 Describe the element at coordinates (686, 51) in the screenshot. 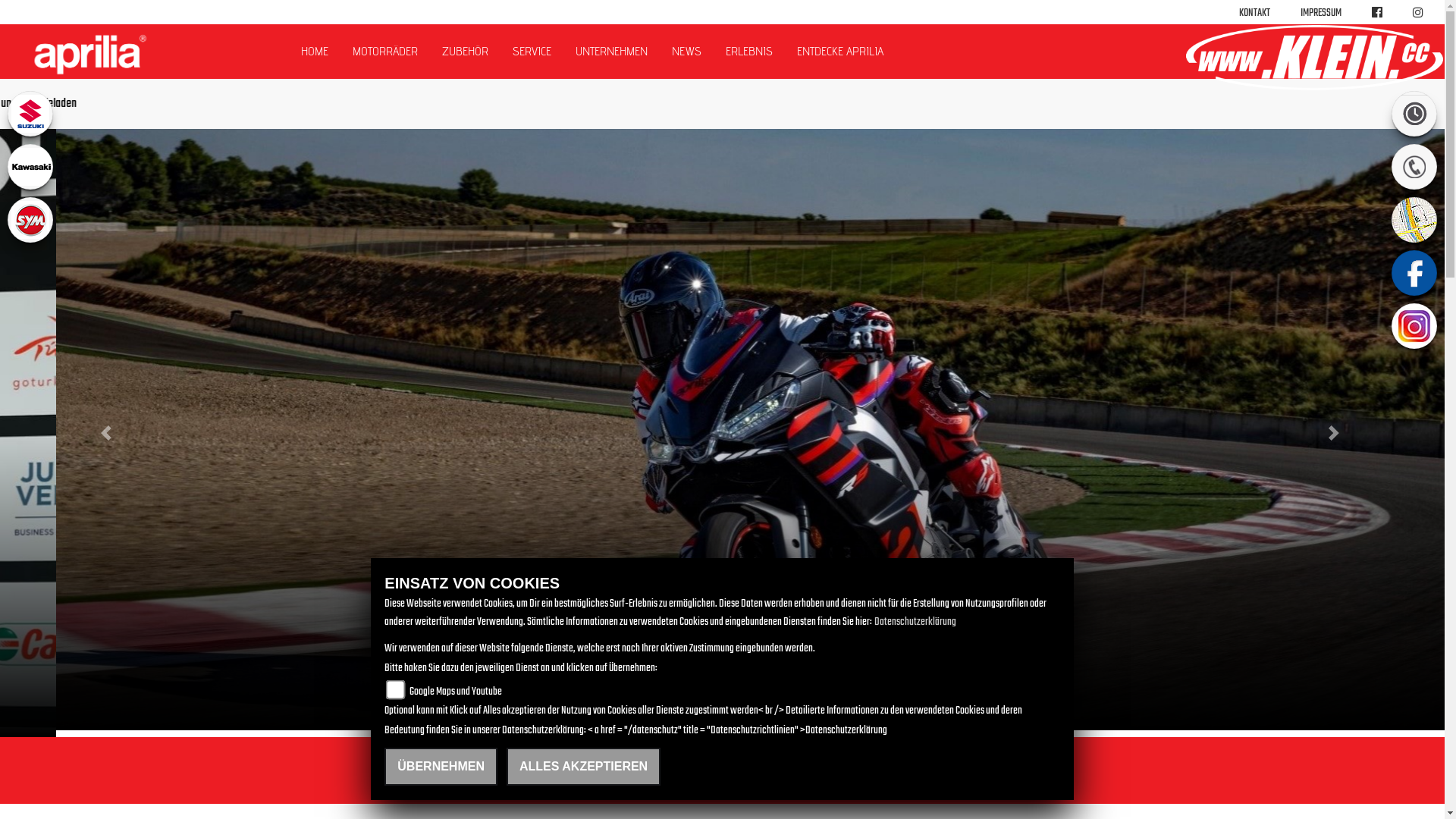

I see `'NEWS'` at that location.